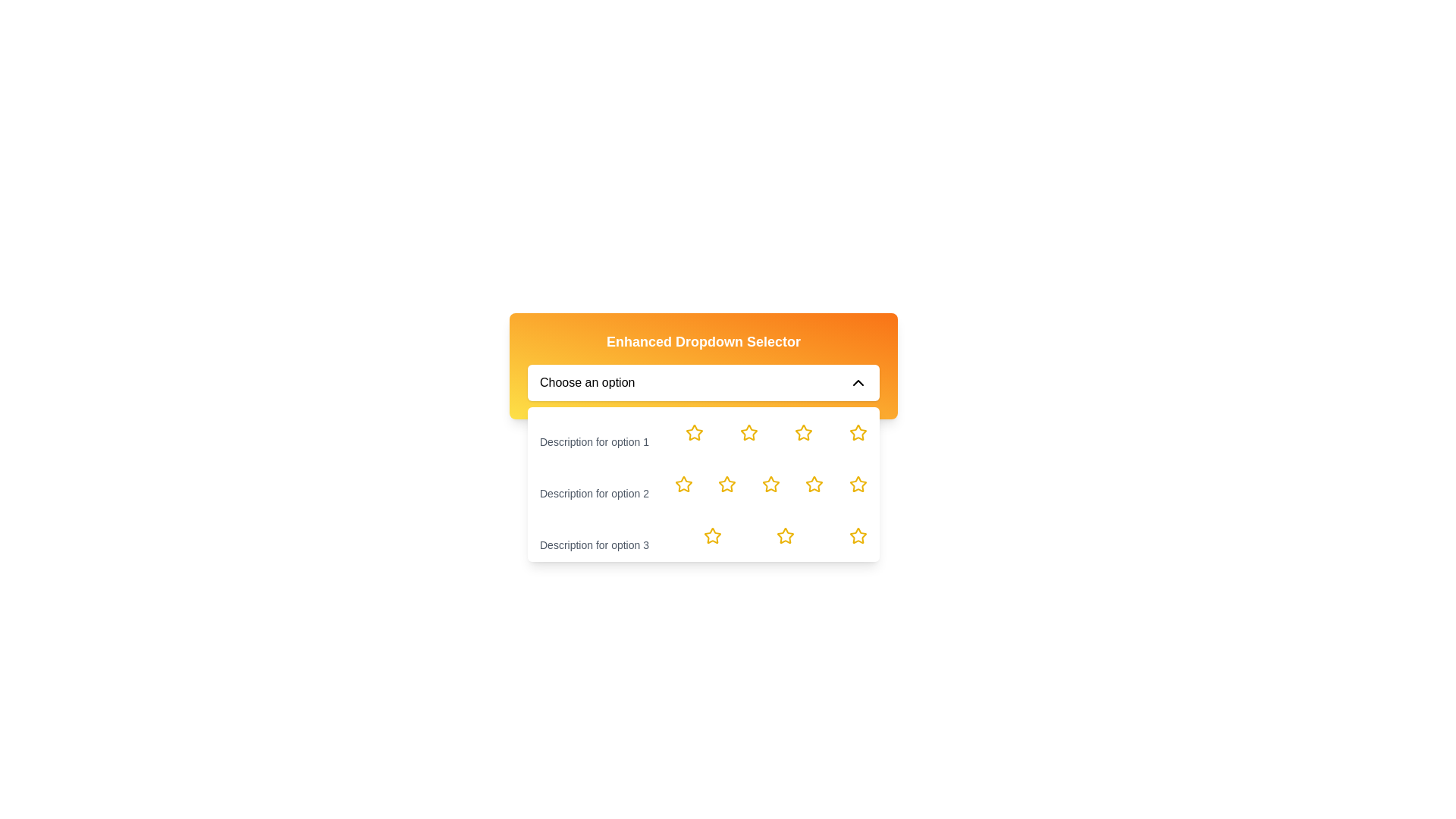 The image size is (1456, 819). I want to click on the third star in the third row of the grid layout to rate it, so click(712, 535).